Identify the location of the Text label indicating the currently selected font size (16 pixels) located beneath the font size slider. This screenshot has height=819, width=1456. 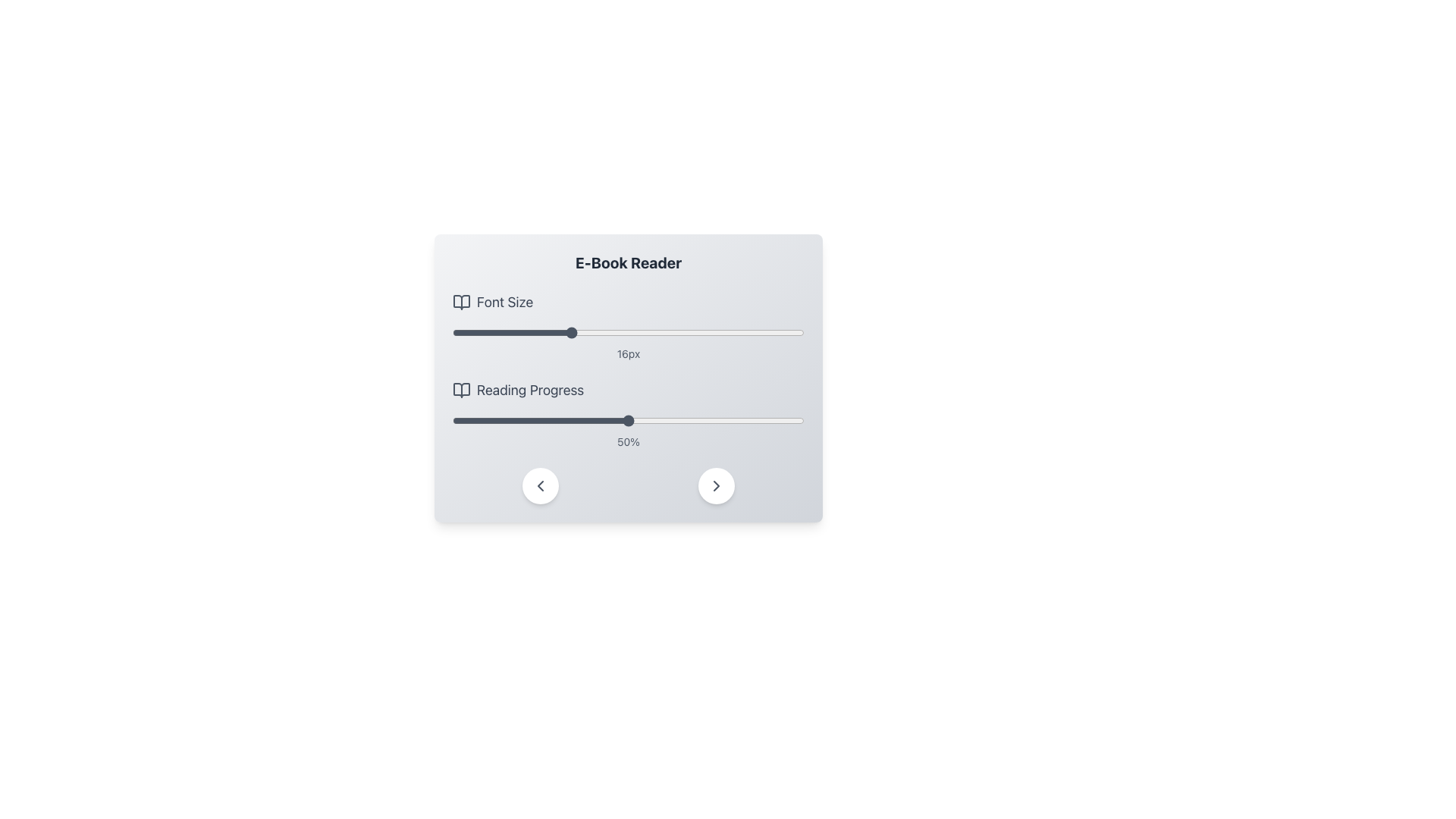
(629, 353).